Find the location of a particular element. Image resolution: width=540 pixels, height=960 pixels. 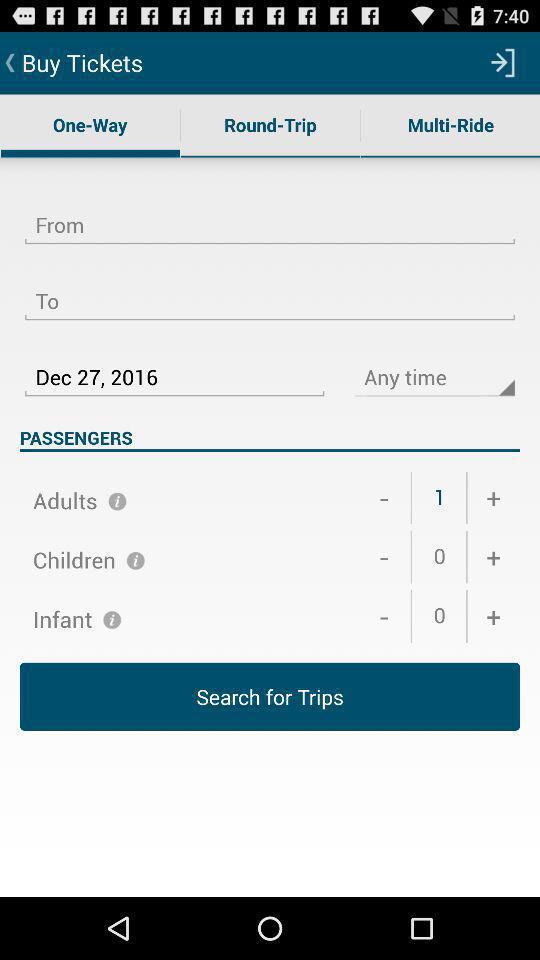

the icon below + item is located at coordinates (492, 557).